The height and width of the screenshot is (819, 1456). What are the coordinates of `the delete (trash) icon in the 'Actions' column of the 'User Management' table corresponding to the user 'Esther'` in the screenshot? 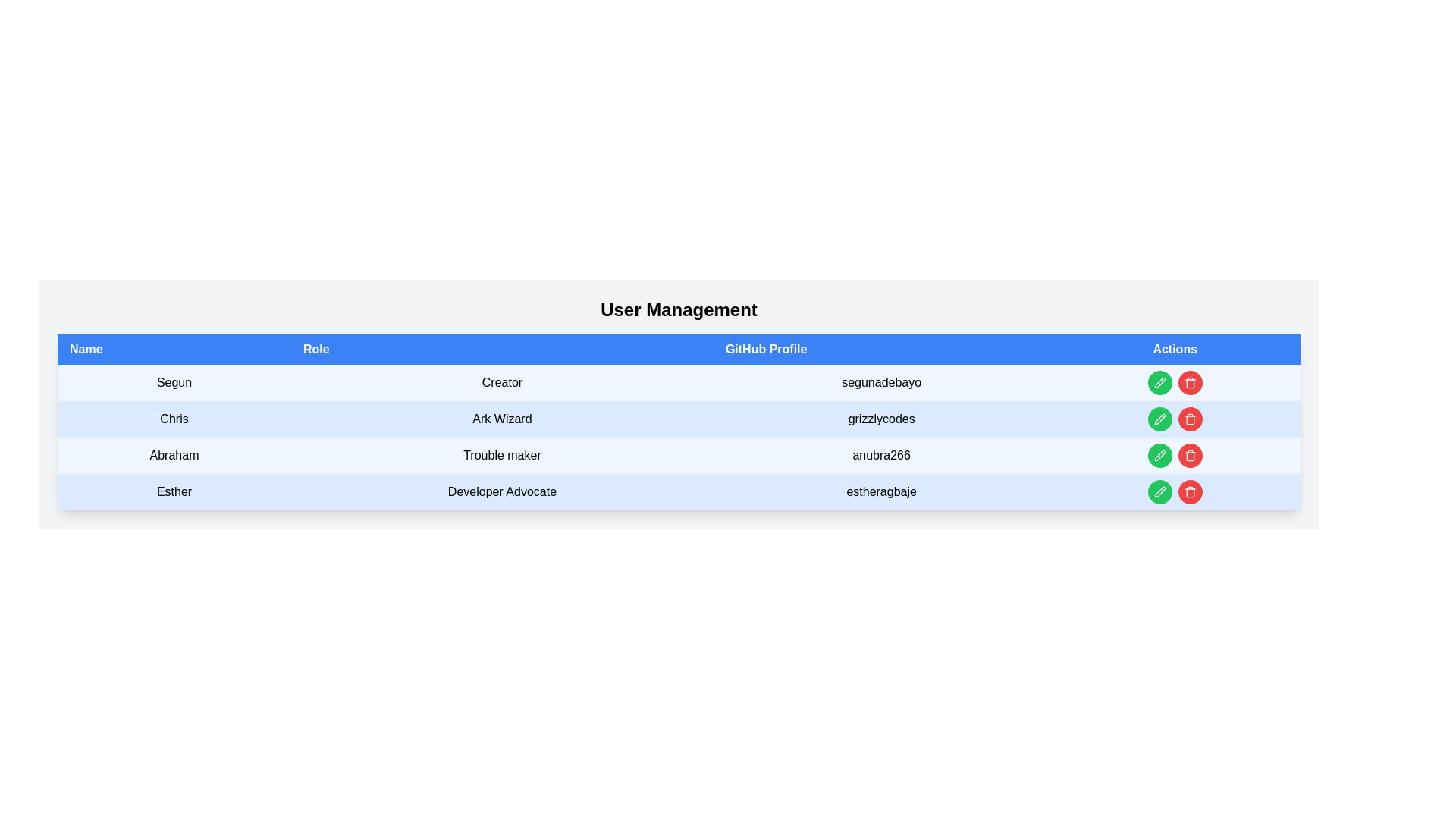 It's located at (1189, 493).